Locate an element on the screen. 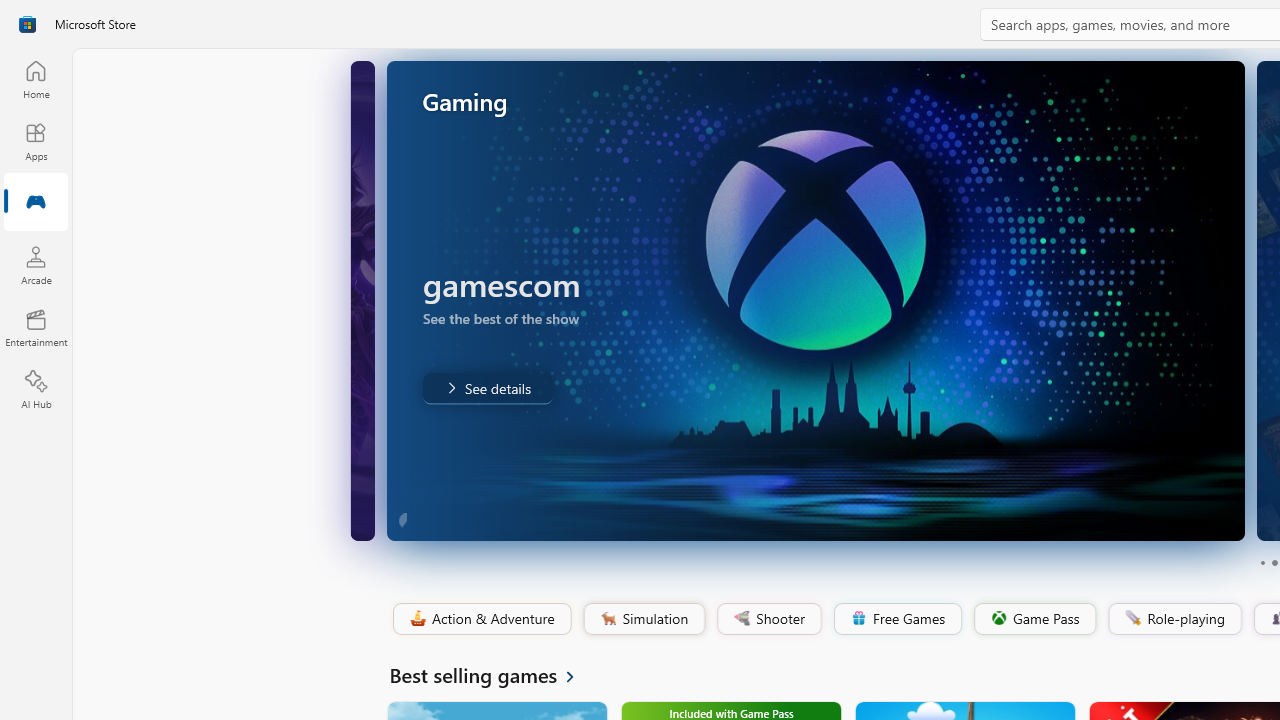 The height and width of the screenshot is (720, 1280). 'Role-playing' is located at coordinates (1175, 618).